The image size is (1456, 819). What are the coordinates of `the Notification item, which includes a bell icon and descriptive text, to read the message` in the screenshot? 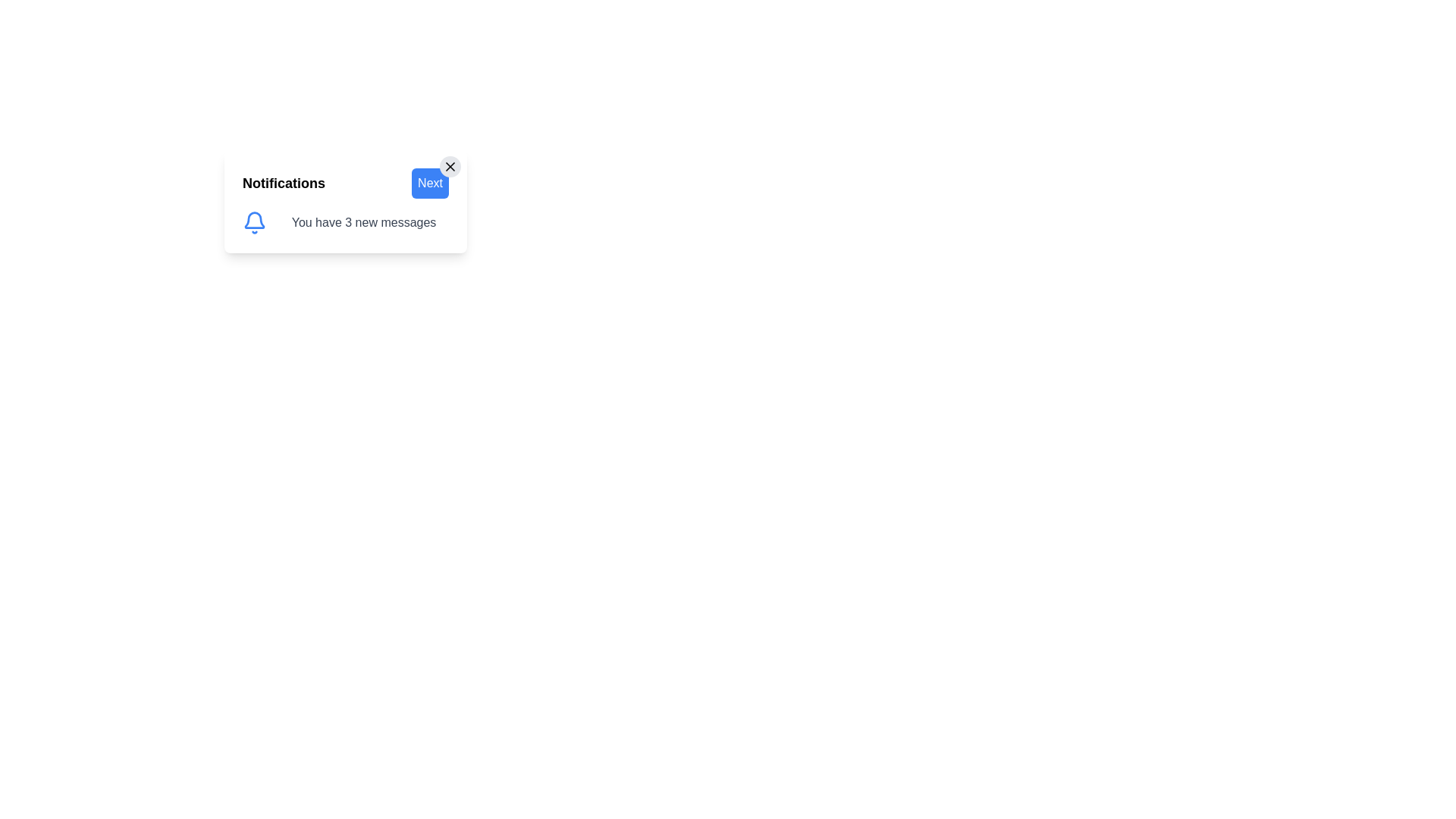 It's located at (345, 222).